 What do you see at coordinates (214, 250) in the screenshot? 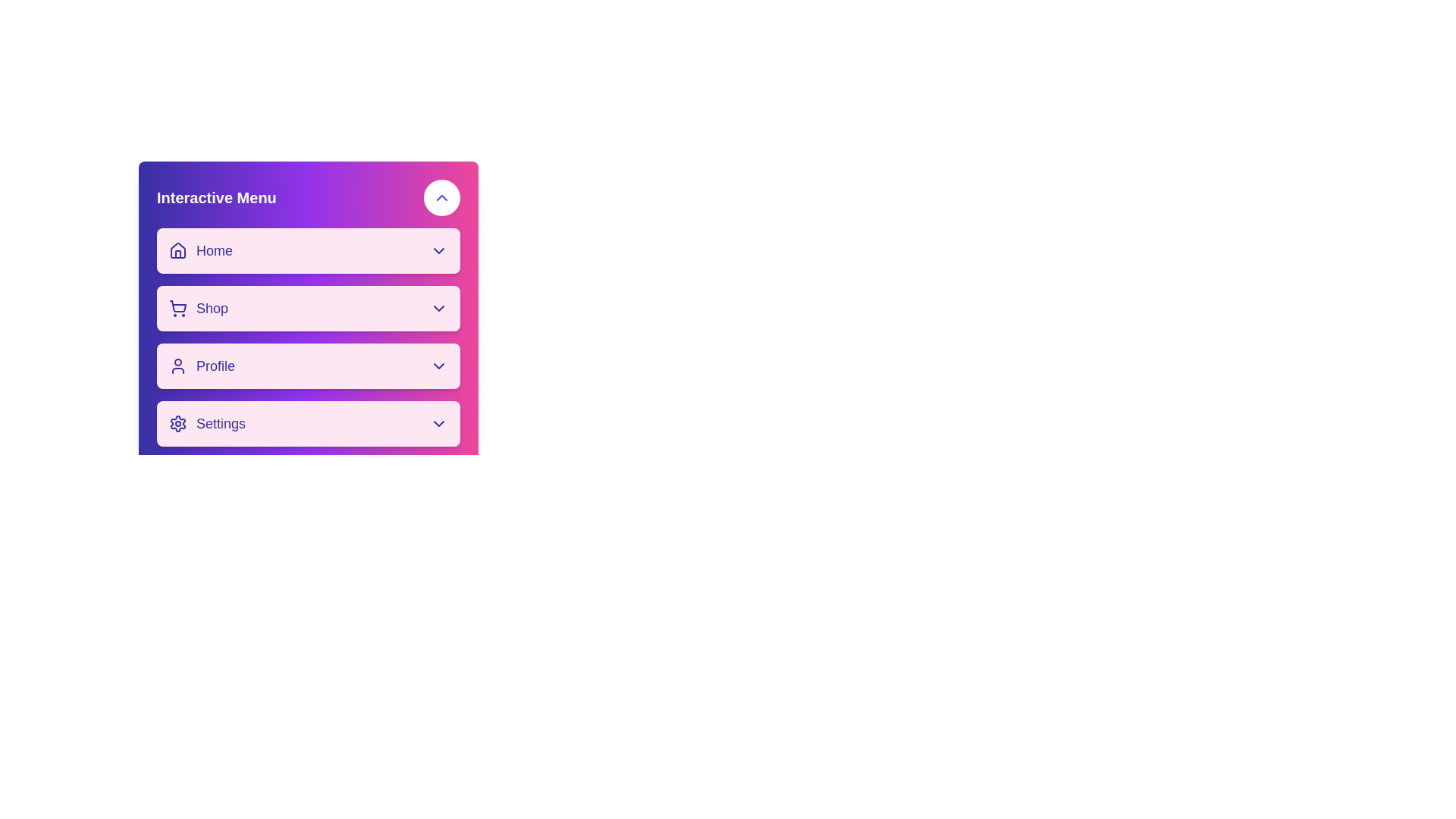
I see `the 'Home' menu title text label, which is located to the right of a house icon and to the left of a dropdown arrow` at bounding box center [214, 250].